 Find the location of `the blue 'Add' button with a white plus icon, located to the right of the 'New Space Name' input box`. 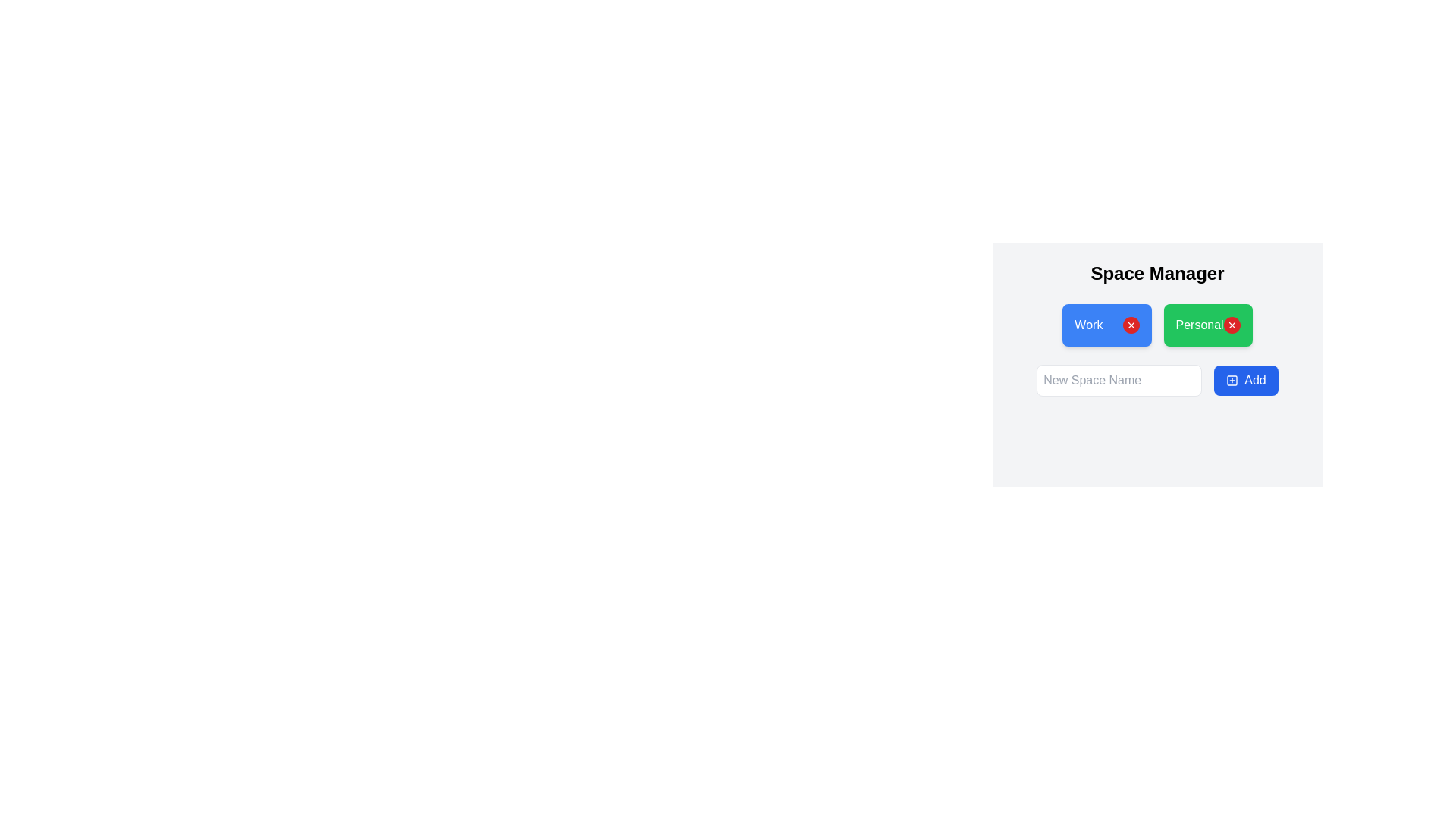

the blue 'Add' button with a white plus icon, located to the right of the 'New Space Name' input box is located at coordinates (1246, 379).